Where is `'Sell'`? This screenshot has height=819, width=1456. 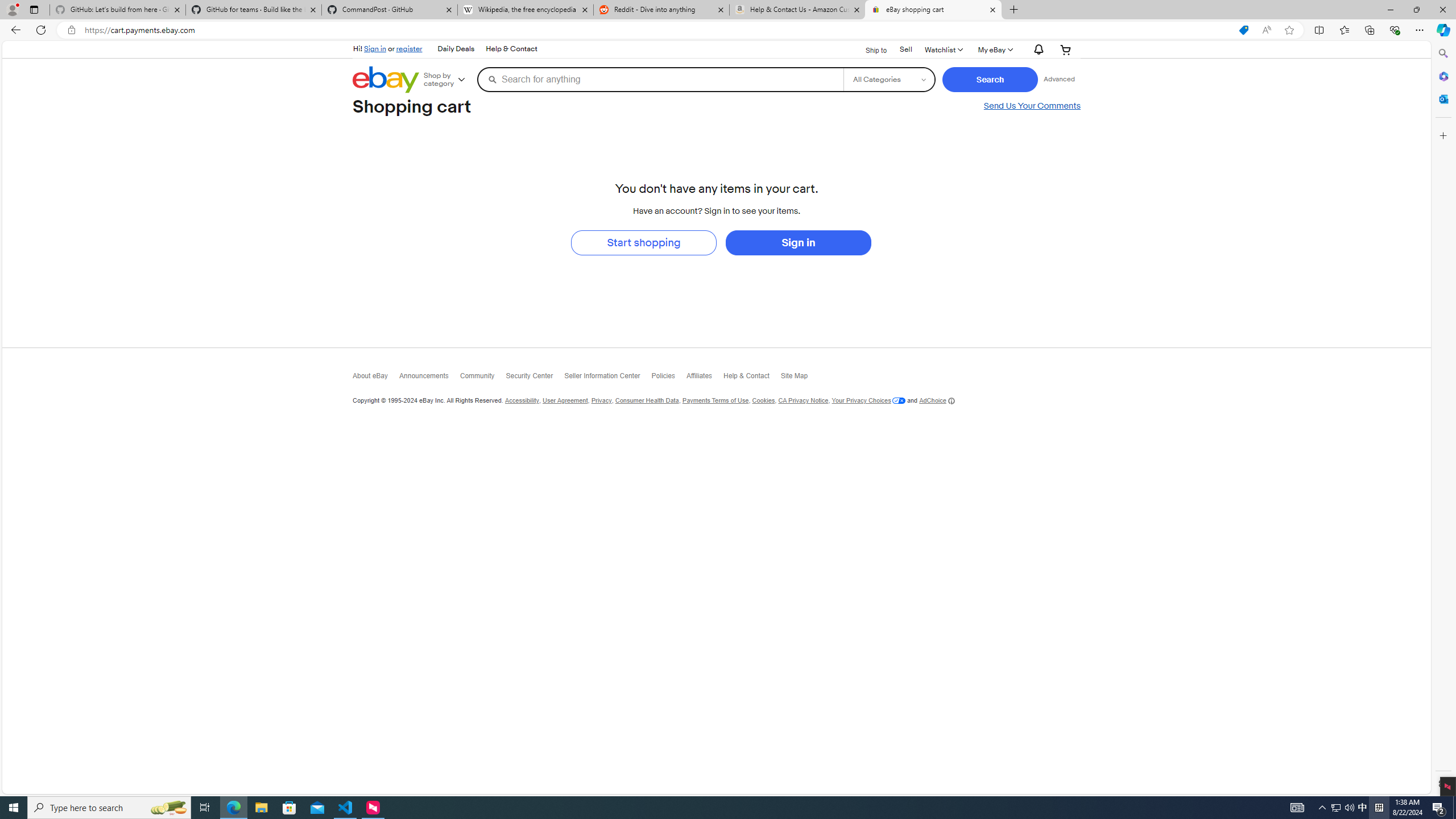 'Sell' is located at coordinates (905, 48).